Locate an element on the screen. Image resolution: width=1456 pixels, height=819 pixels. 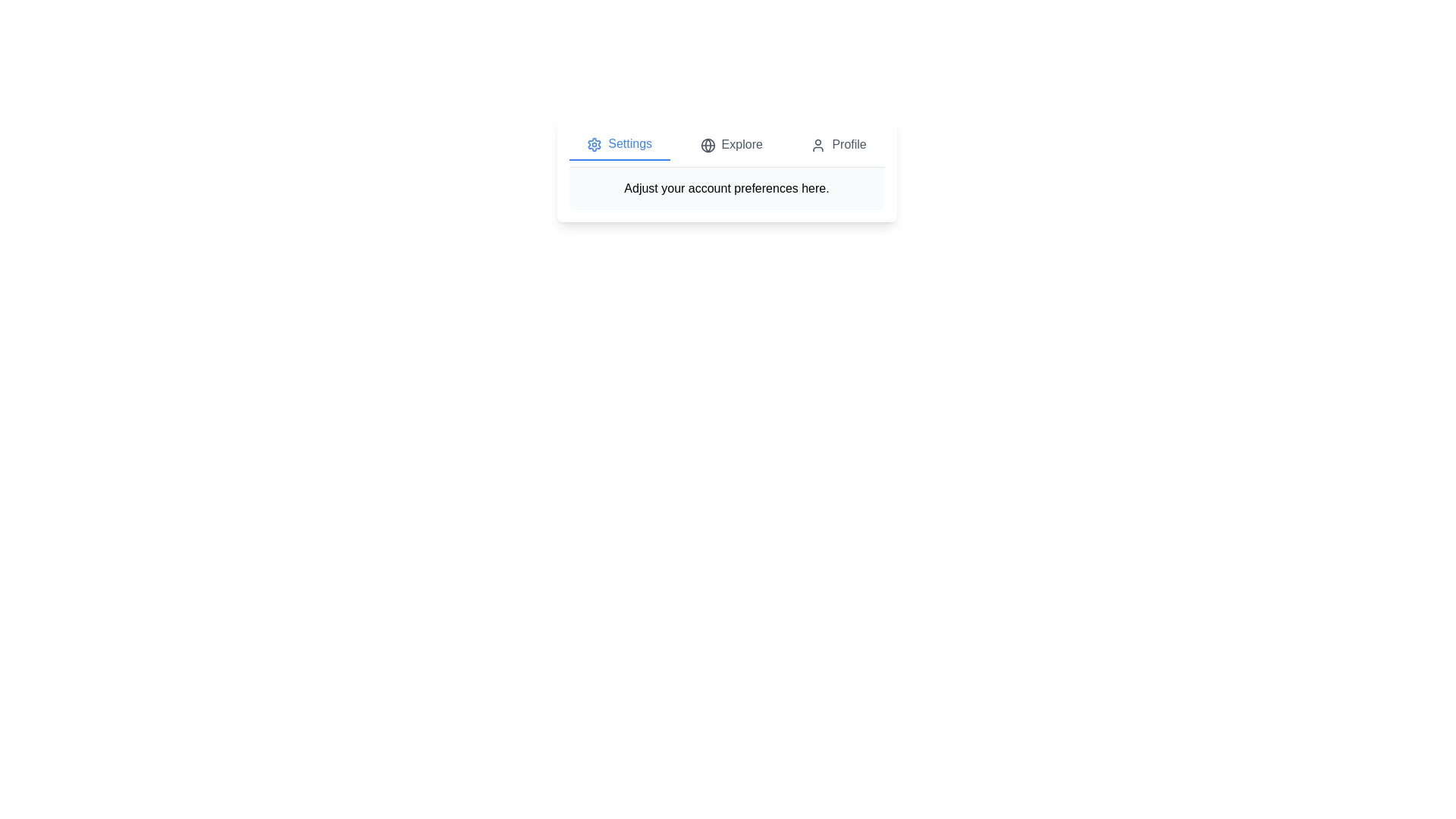
the Explore tab by clicking the corresponding button is located at coordinates (731, 145).